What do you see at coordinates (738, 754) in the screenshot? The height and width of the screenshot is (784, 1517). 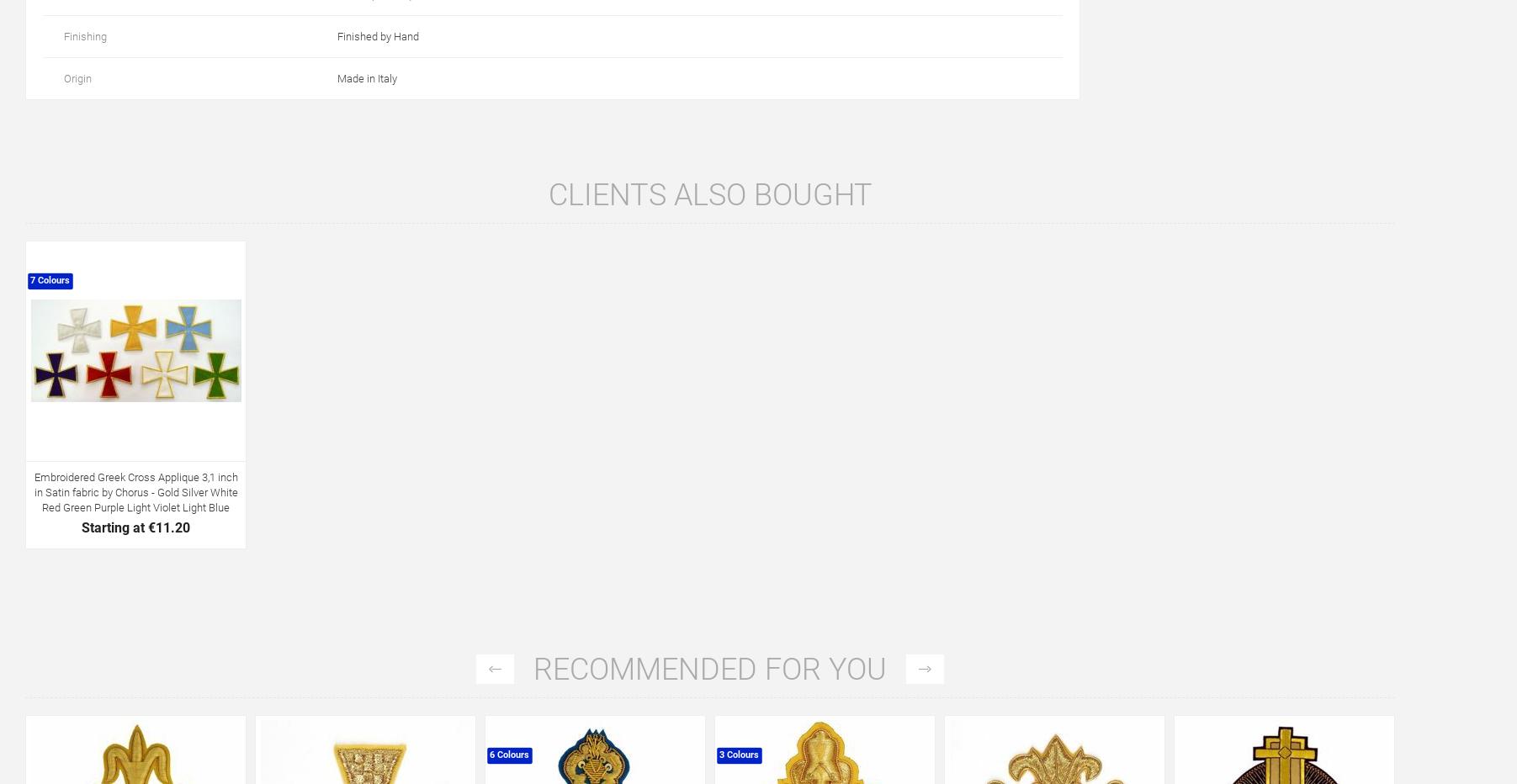 I see `'3 Colours'` at bounding box center [738, 754].